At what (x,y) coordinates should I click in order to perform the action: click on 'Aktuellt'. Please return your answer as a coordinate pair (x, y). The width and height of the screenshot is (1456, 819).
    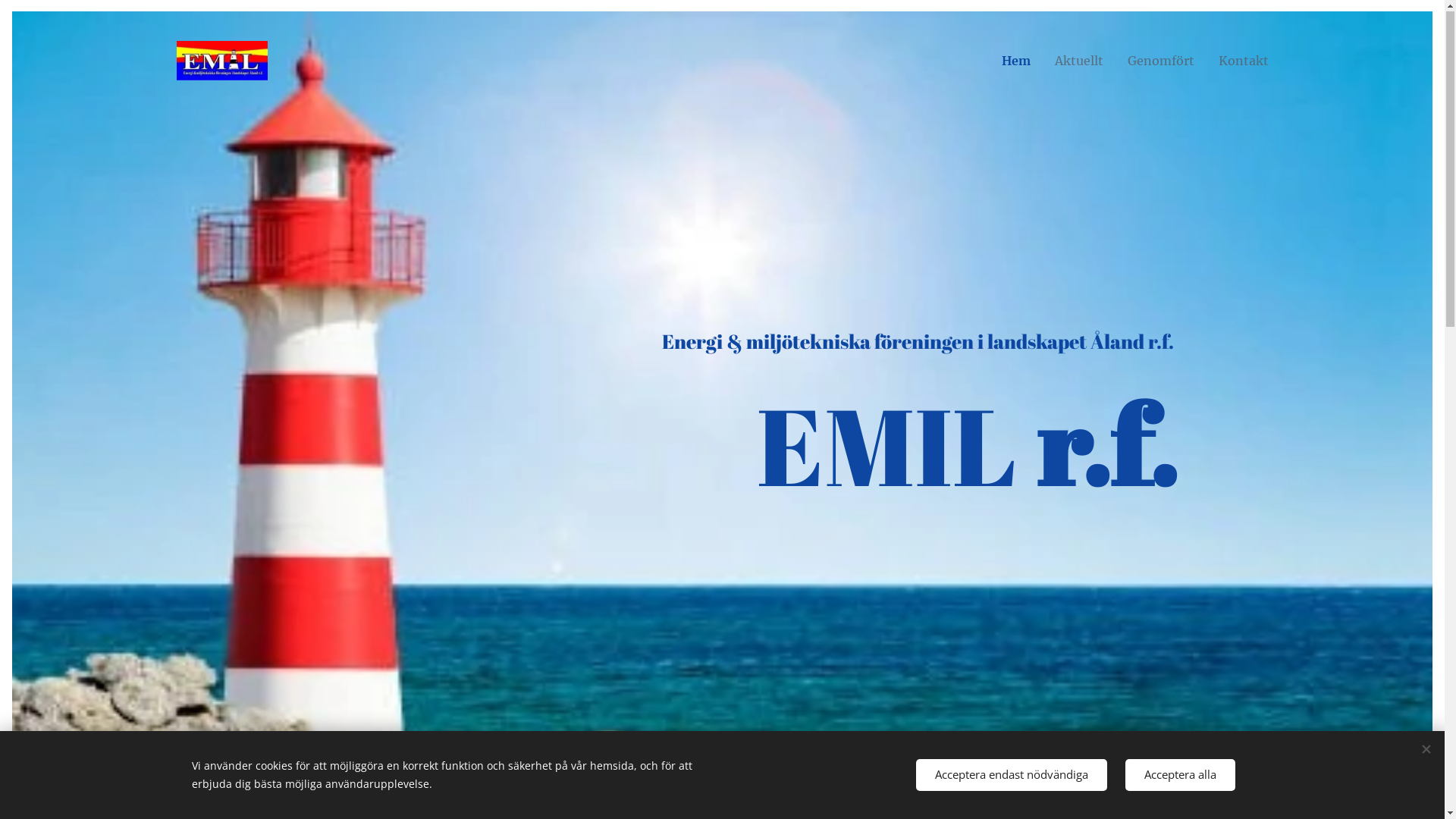
    Looking at the image, I should click on (1077, 61).